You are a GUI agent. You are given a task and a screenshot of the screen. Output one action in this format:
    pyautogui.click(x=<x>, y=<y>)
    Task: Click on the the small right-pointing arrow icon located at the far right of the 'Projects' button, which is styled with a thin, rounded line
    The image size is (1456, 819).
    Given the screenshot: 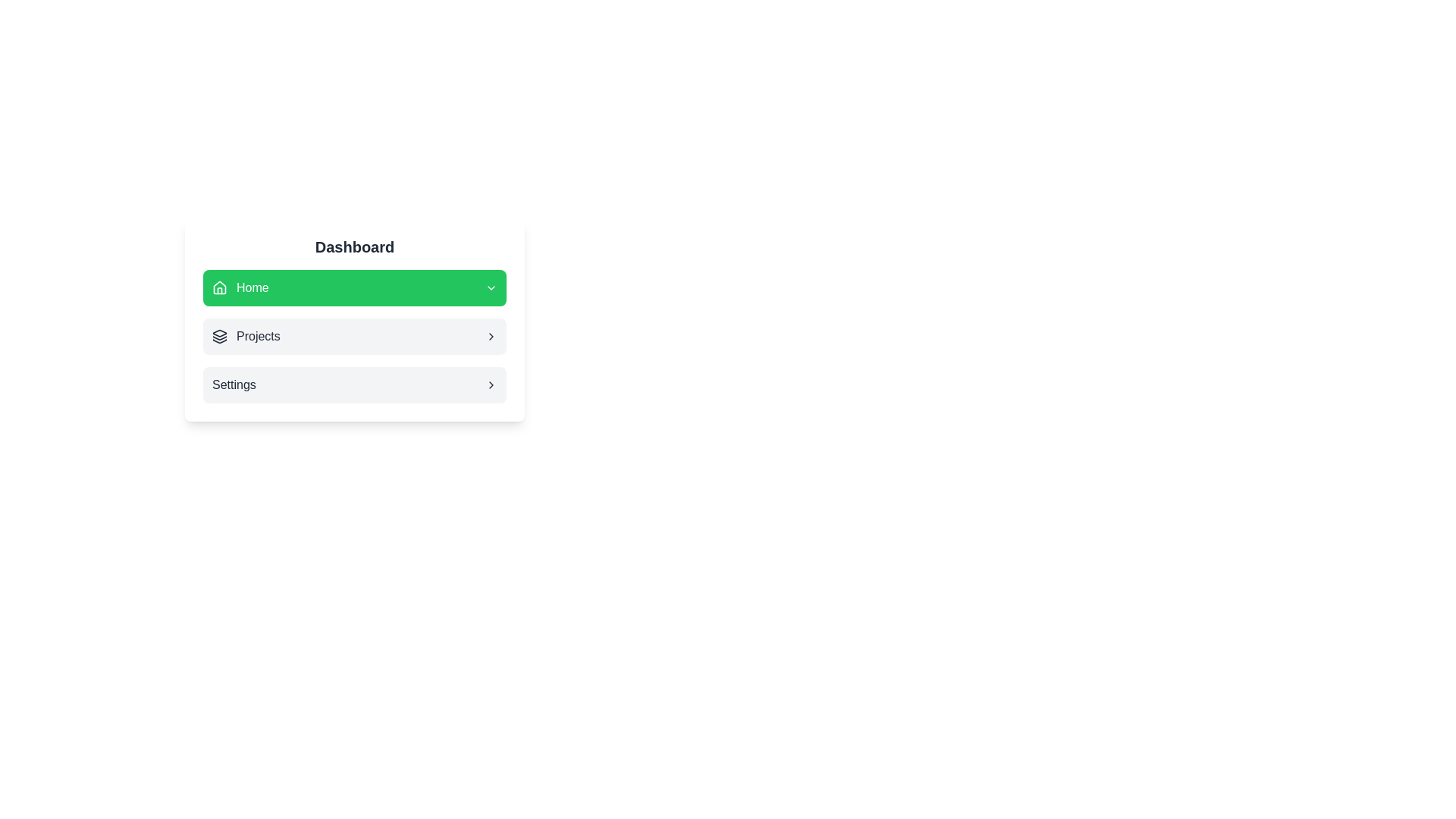 What is the action you would take?
    pyautogui.click(x=491, y=335)
    